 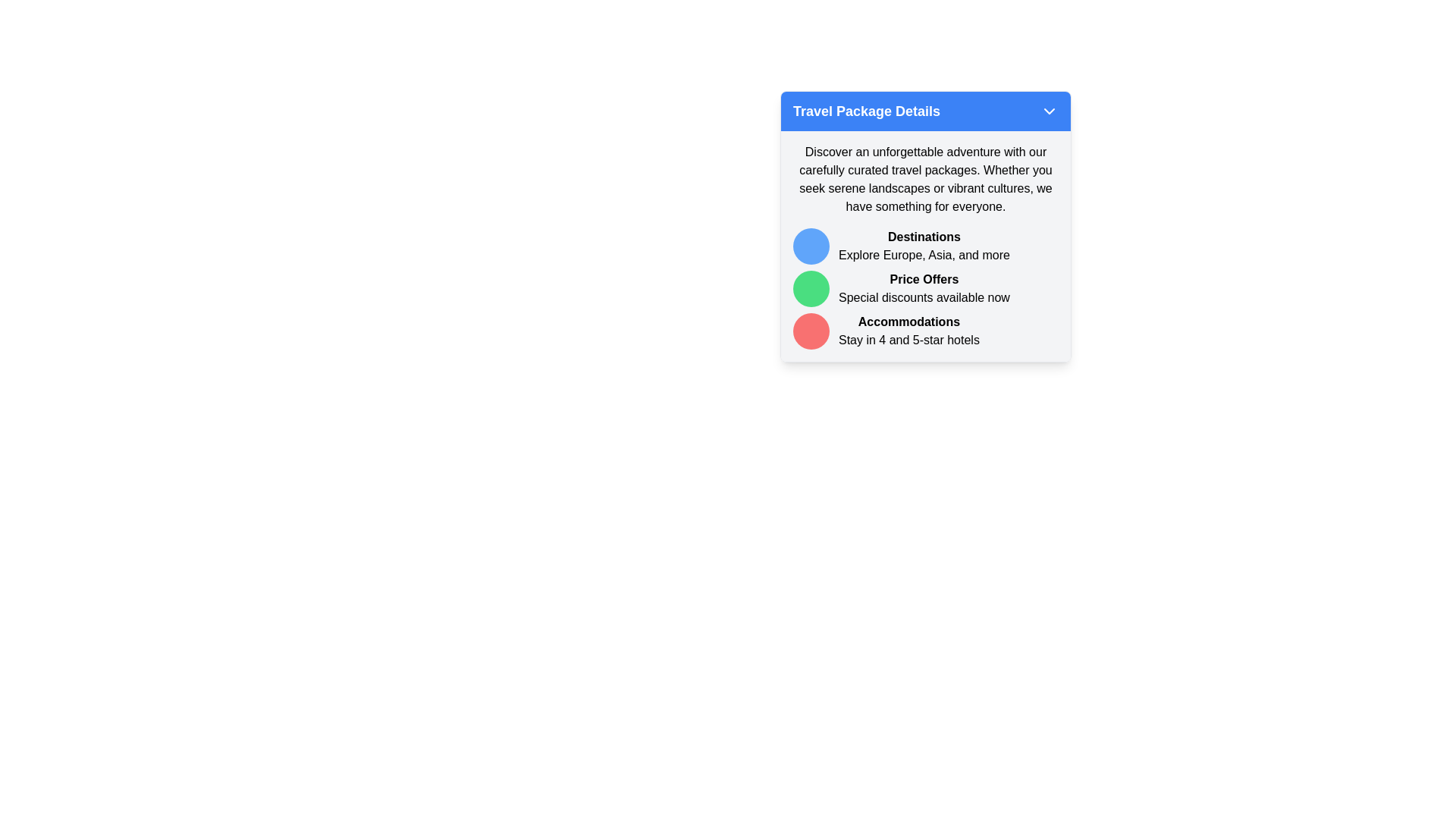 What do you see at coordinates (924, 289) in the screenshot?
I see `information displayed in the content block that provides details about price-related offers, located between the 'Destinations' and 'Accommodations' sections` at bounding box center [924, 289].